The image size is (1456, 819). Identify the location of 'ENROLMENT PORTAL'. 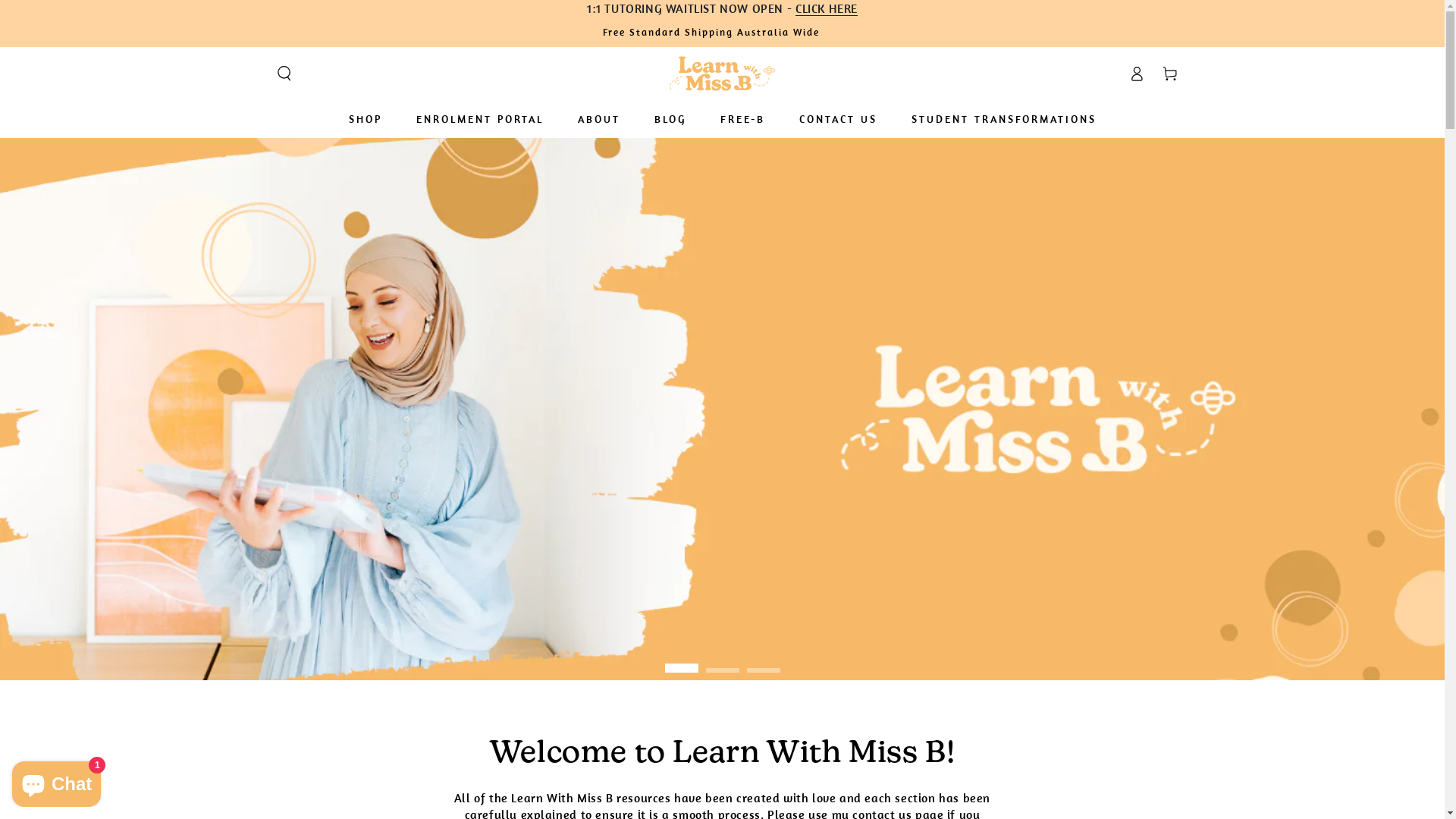
(479, 118).